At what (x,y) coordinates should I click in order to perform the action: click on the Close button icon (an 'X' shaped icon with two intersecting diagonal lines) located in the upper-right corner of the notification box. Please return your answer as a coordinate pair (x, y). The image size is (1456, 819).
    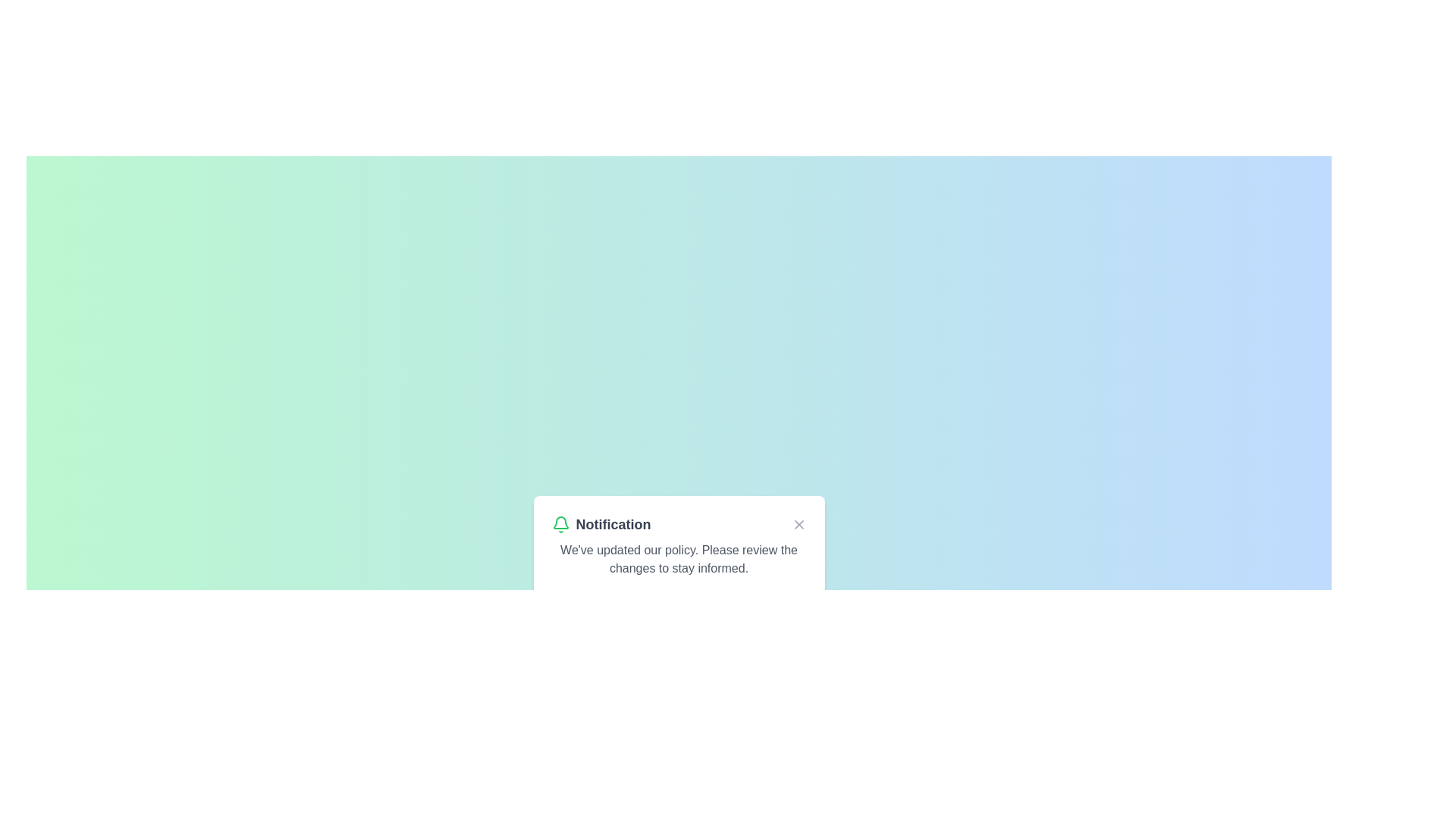
    Looking at the image, I should click on (798, 523).